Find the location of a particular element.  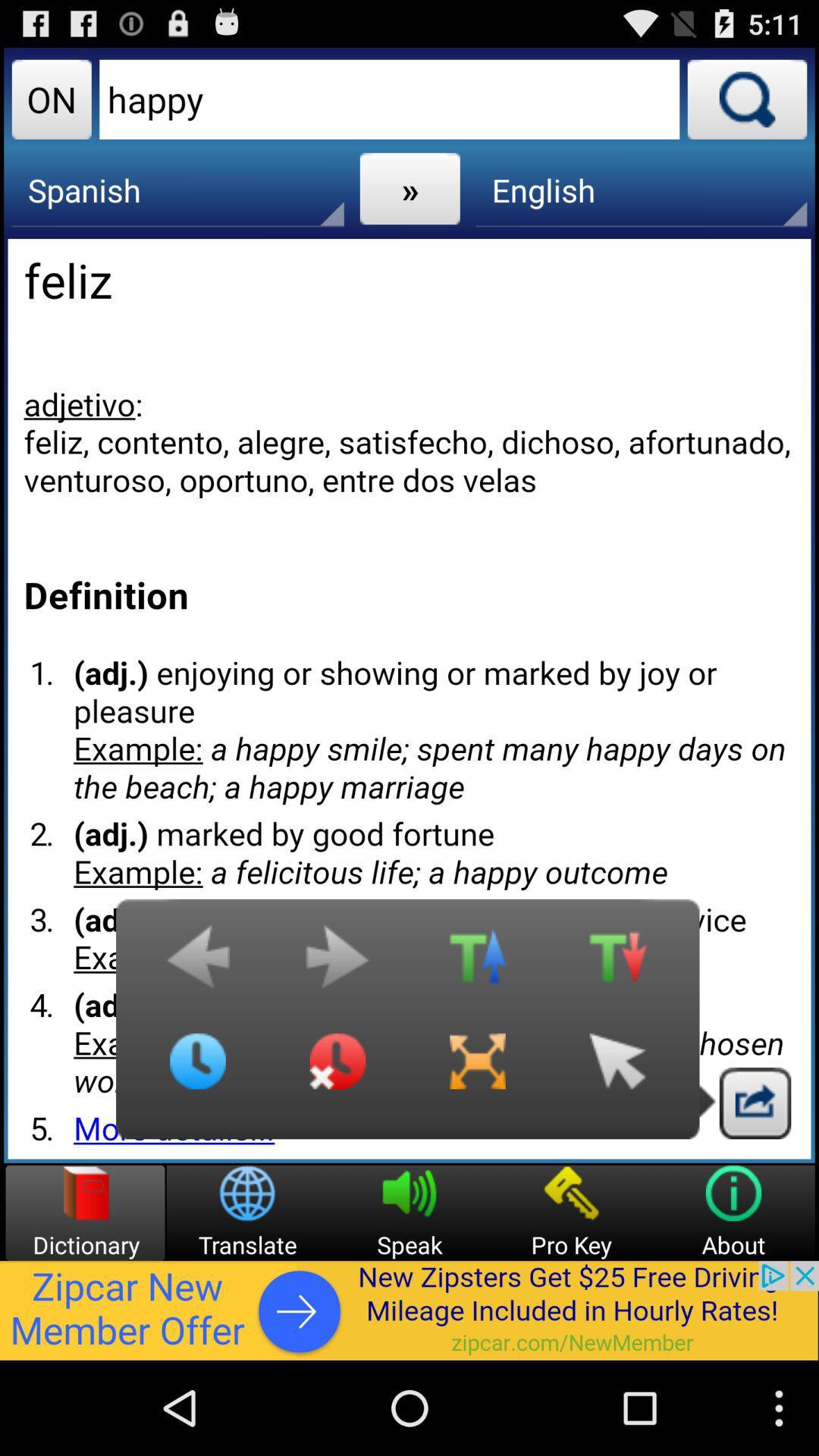

download is located at coordinates (755, 1103).